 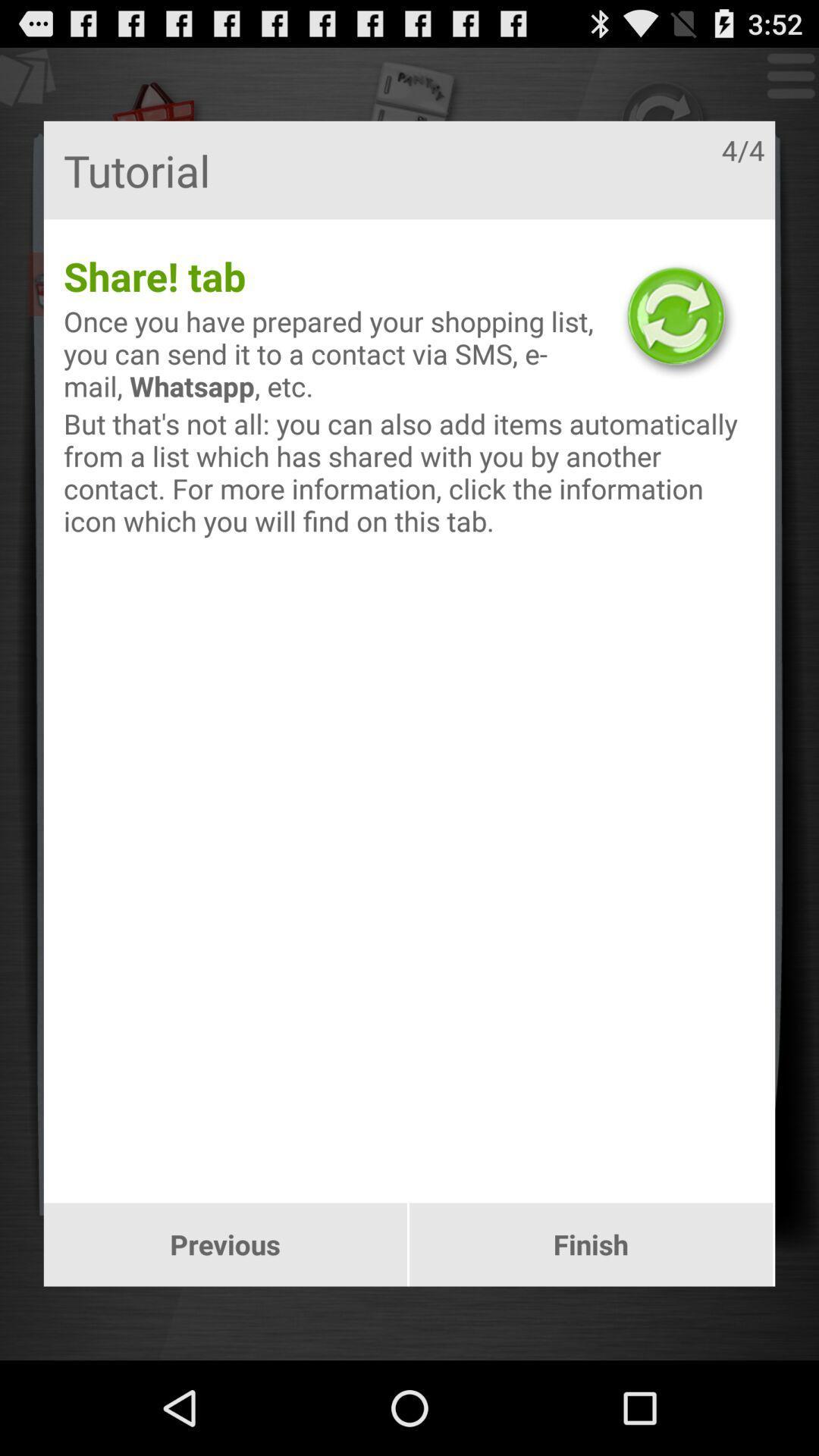 What do you see at coordinates (590, 1244) in the screenshot?
I see `finish button` at bounding box center [590, 1244].